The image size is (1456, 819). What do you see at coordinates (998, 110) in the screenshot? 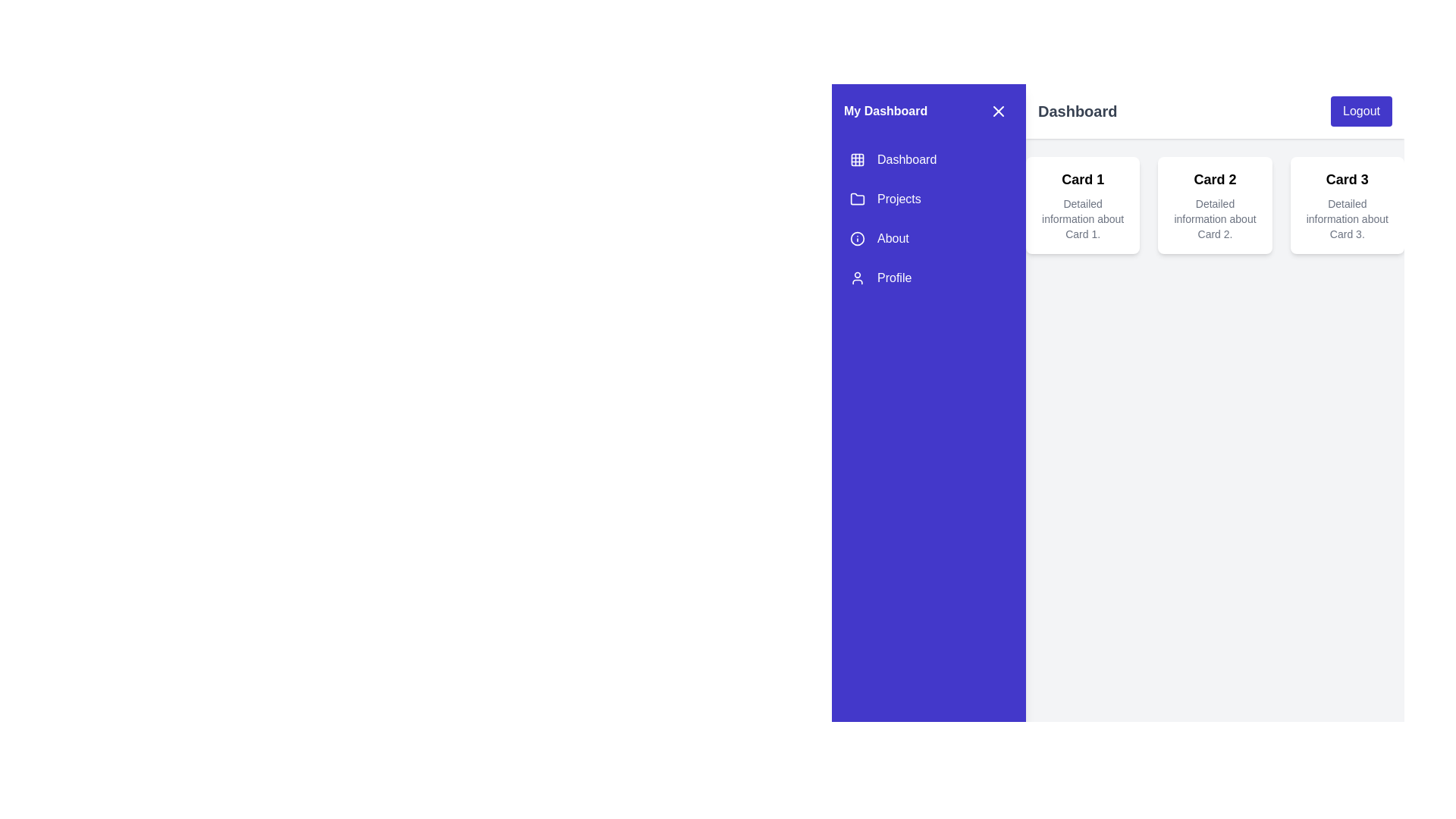
I see `the close icon located at the top-right corner of the sidebar, adjacent to the title text 'My Dashboard'` at bounding box center [998, 110].